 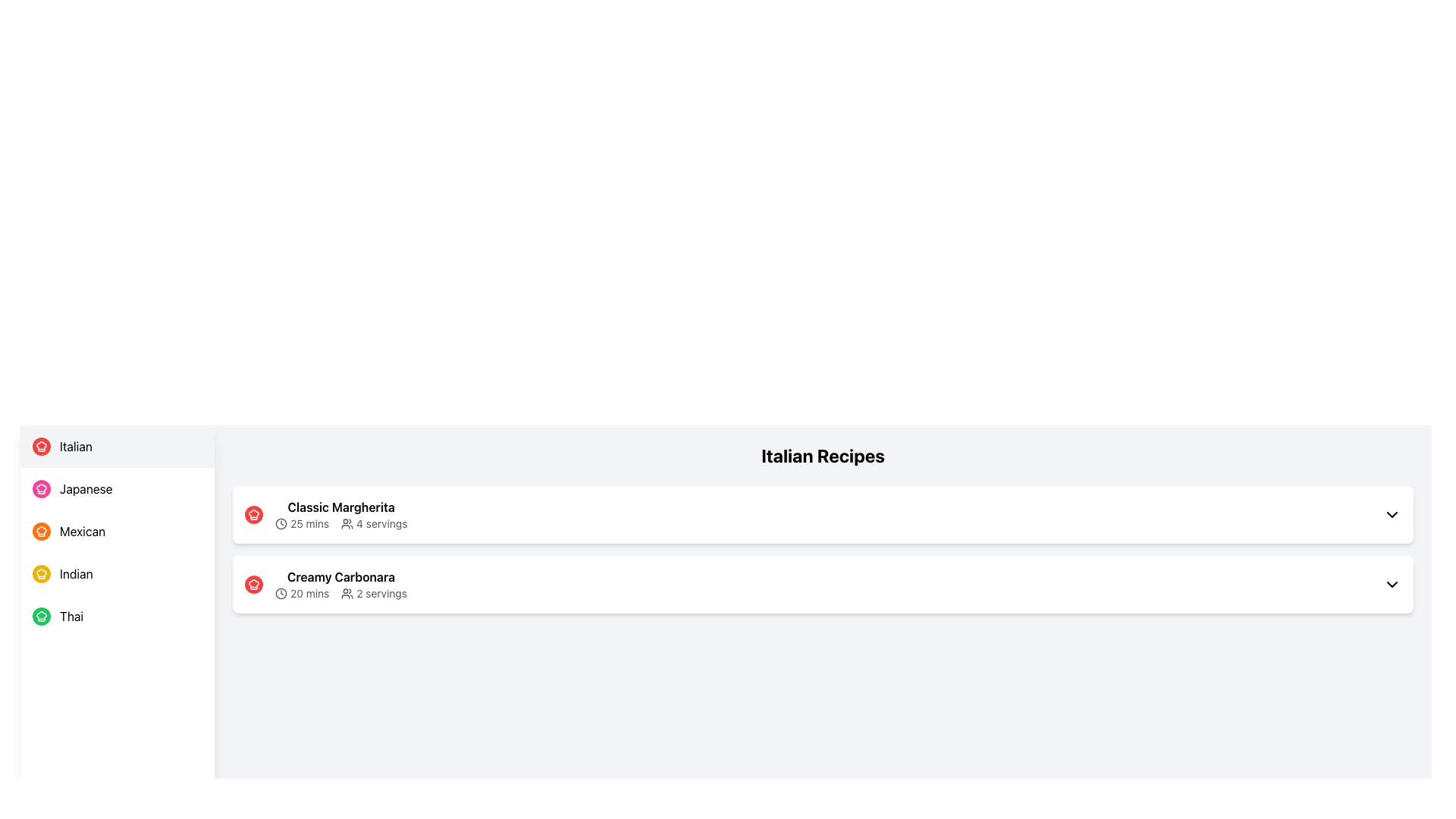 I want to click on the first recipe entry in the 'Italian Recipes' list, which provides details about a recipe including its name, preparation time, and number of servings, so click(x=325, y=513).